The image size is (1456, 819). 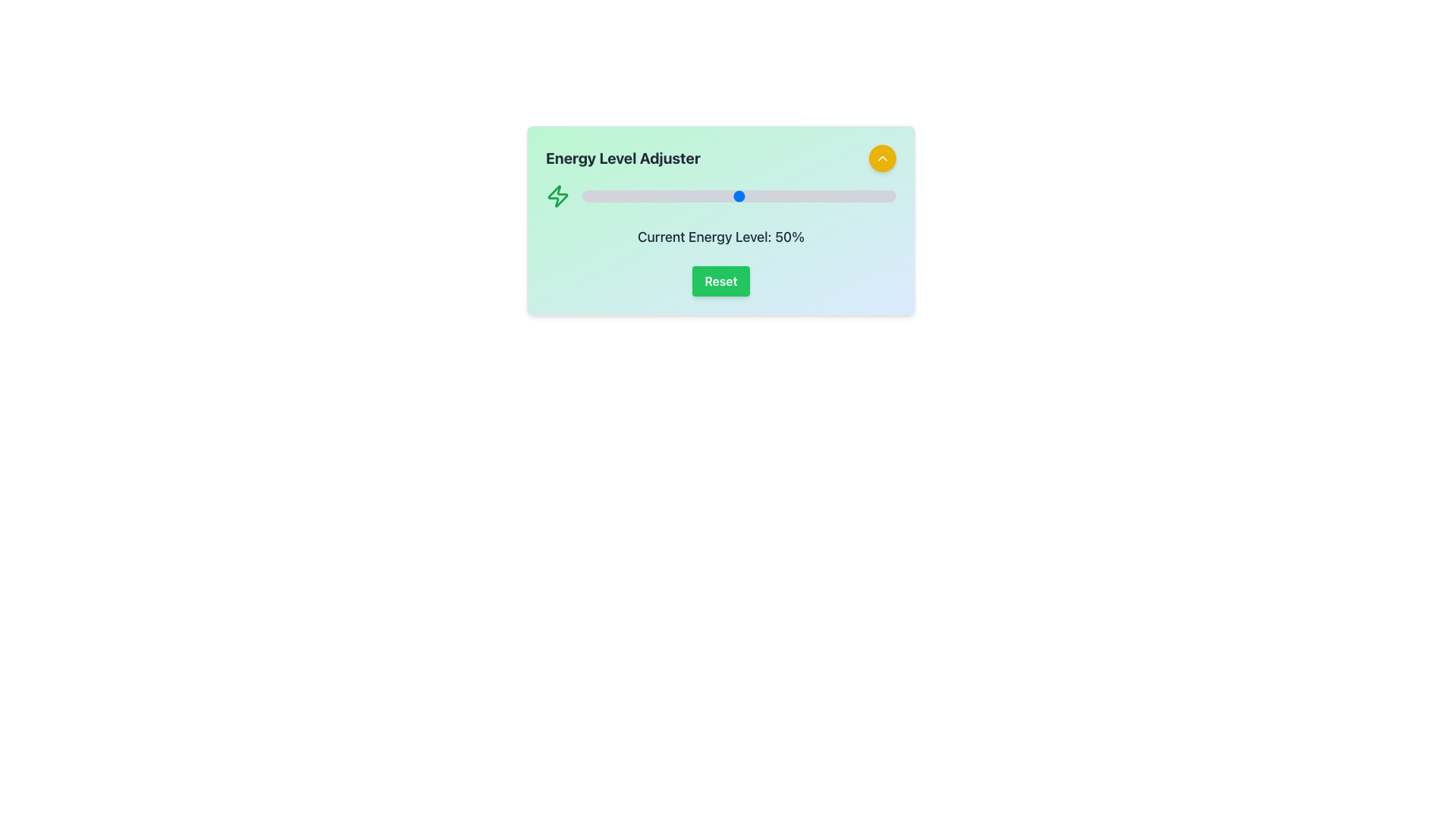 I want to click on the energy level, so click(x=623, y=195).